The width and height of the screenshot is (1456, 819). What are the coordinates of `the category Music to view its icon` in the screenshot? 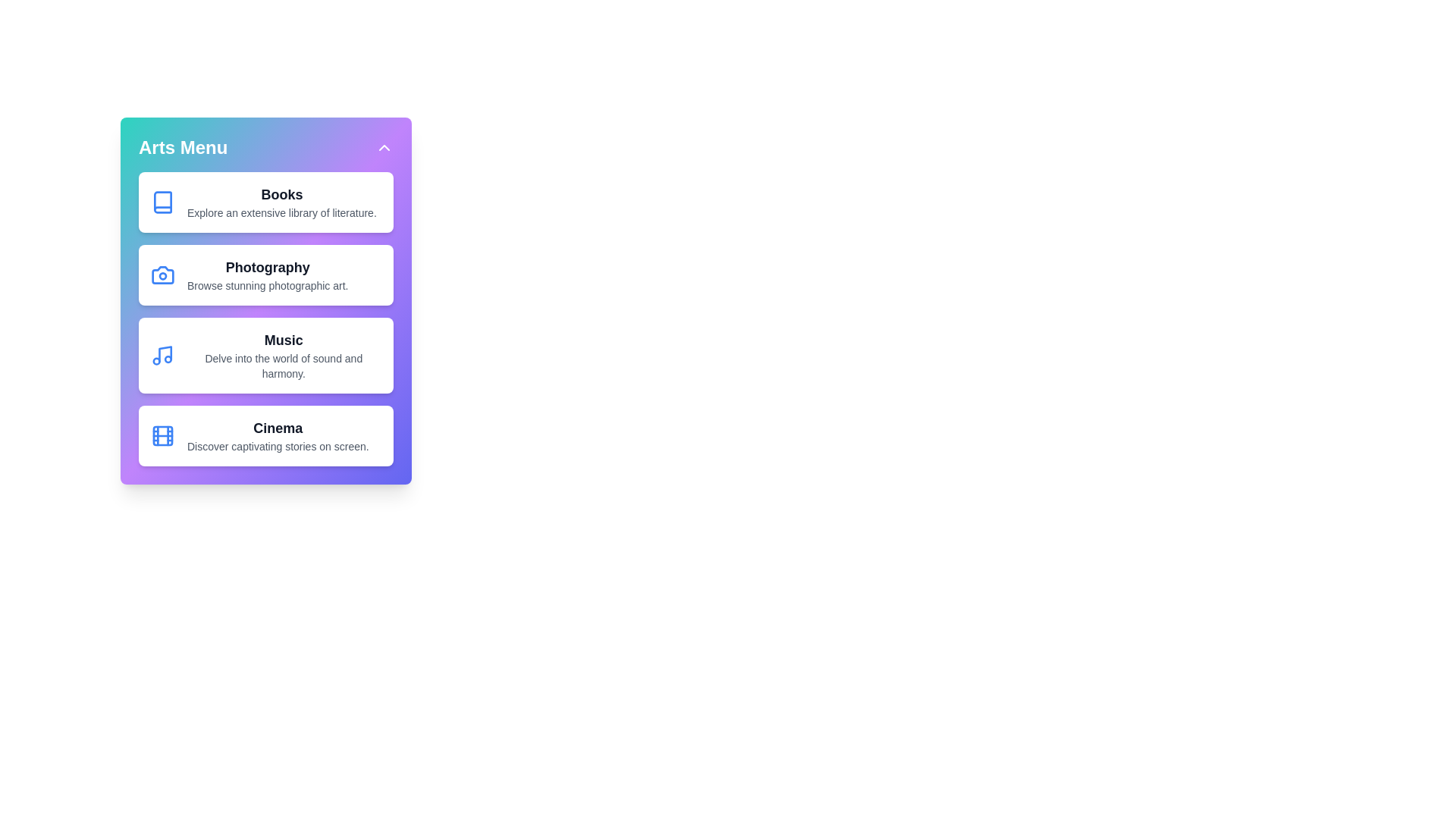 It's located at (265, 356).